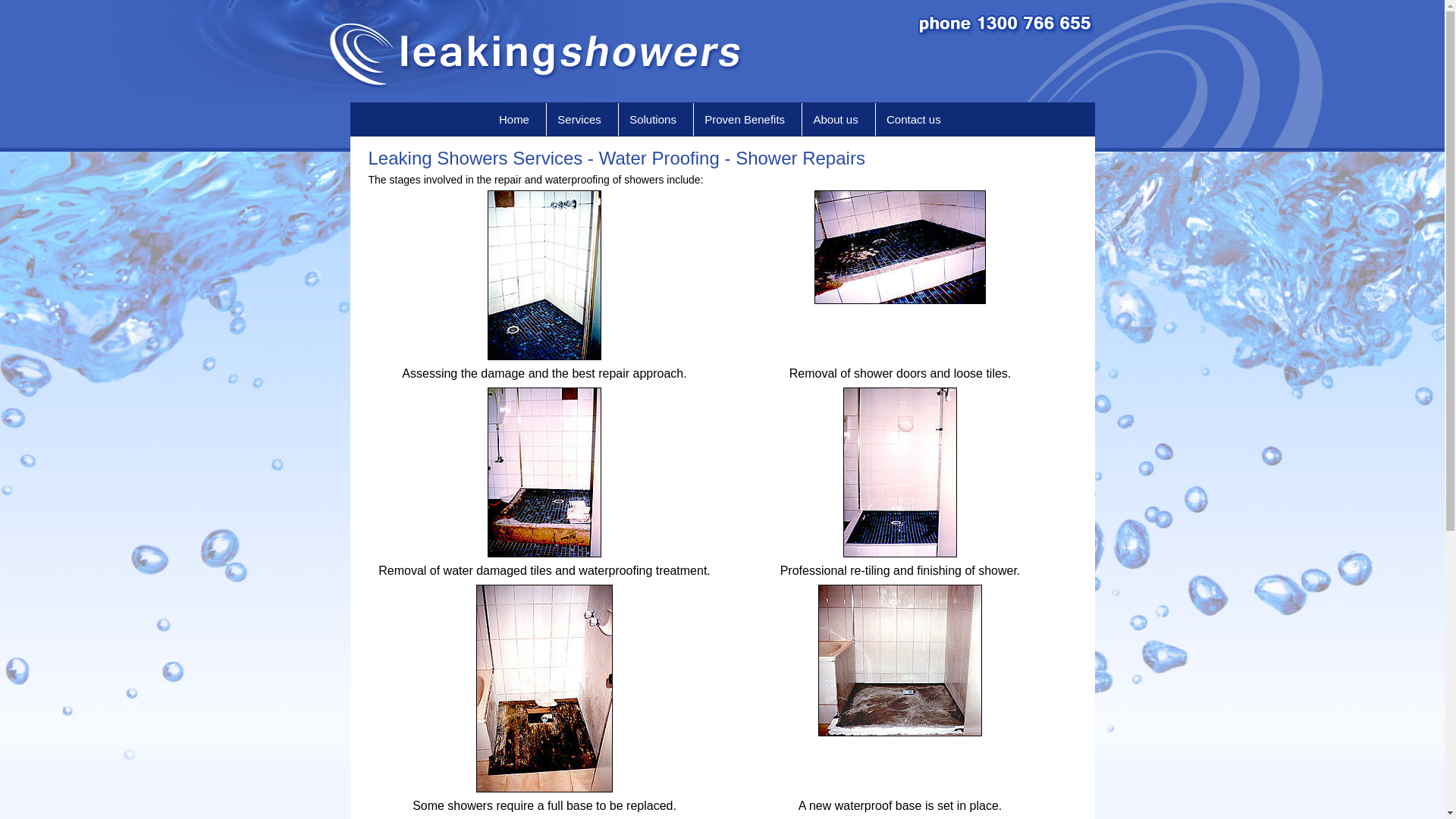 This screenshot has height=819, width=1456. I want to click on 'Contact us  ', so click(916, 118).